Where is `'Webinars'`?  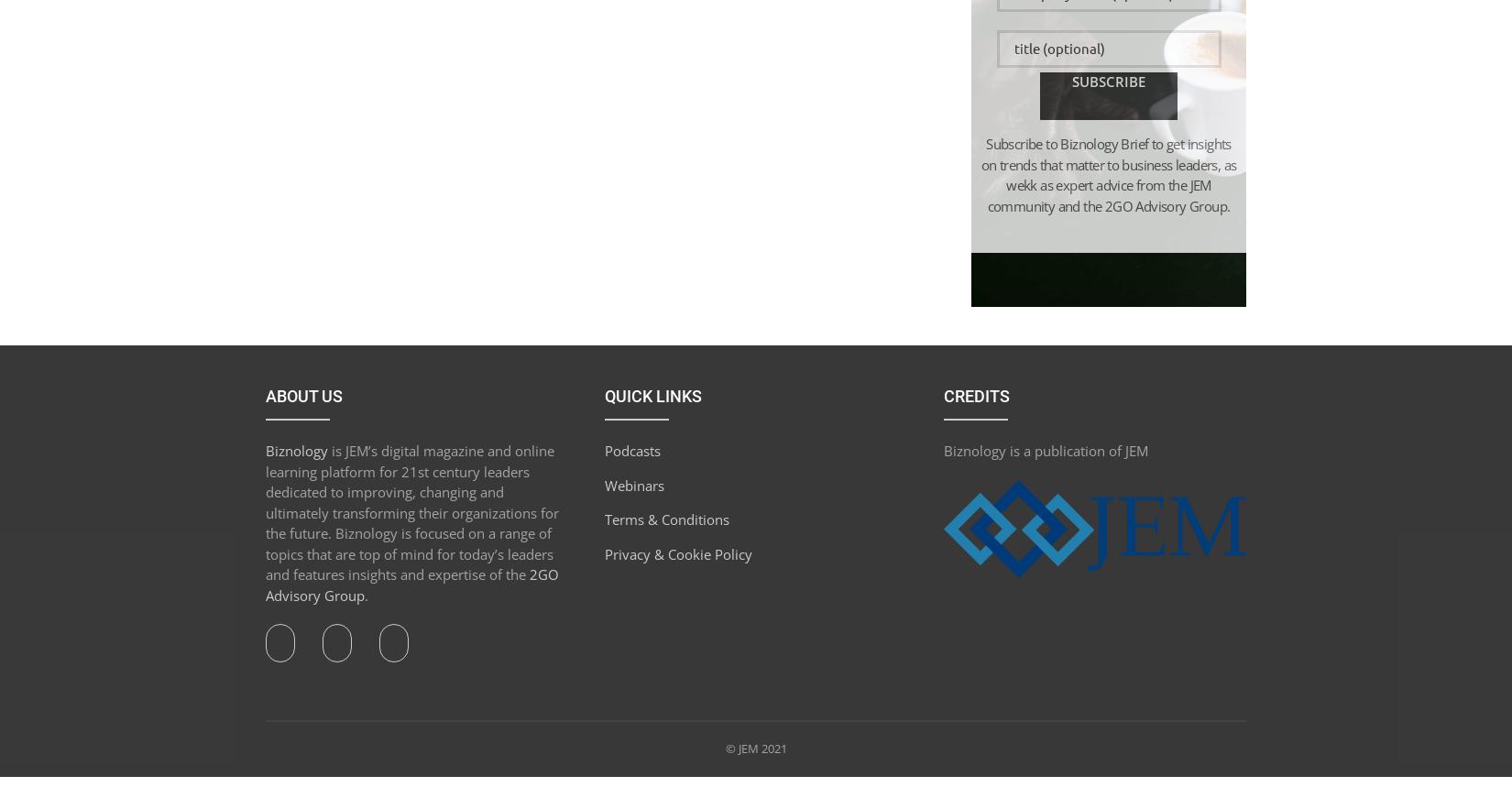 'Webinars' is located at coordinates (632, 484).